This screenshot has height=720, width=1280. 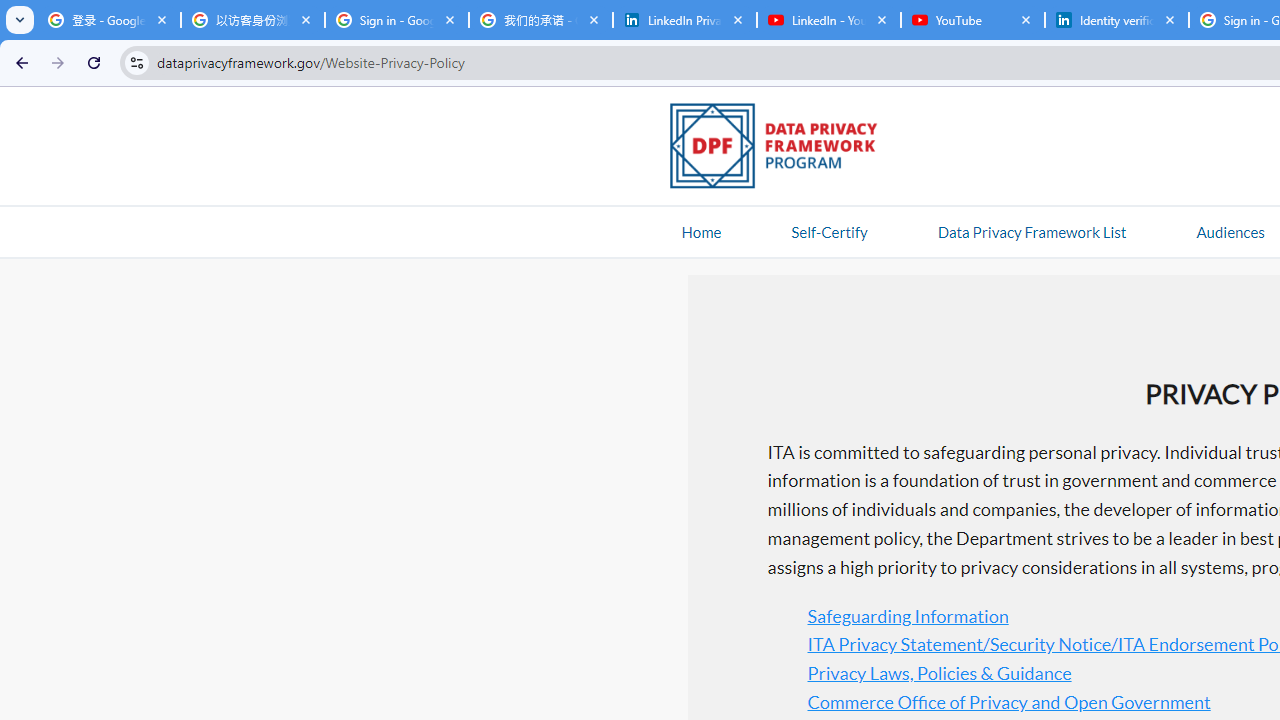 What do you see at coordinates (829, 230) in the screenshot?
I see `'Self-Certify'` at bounding box center [829, 230].